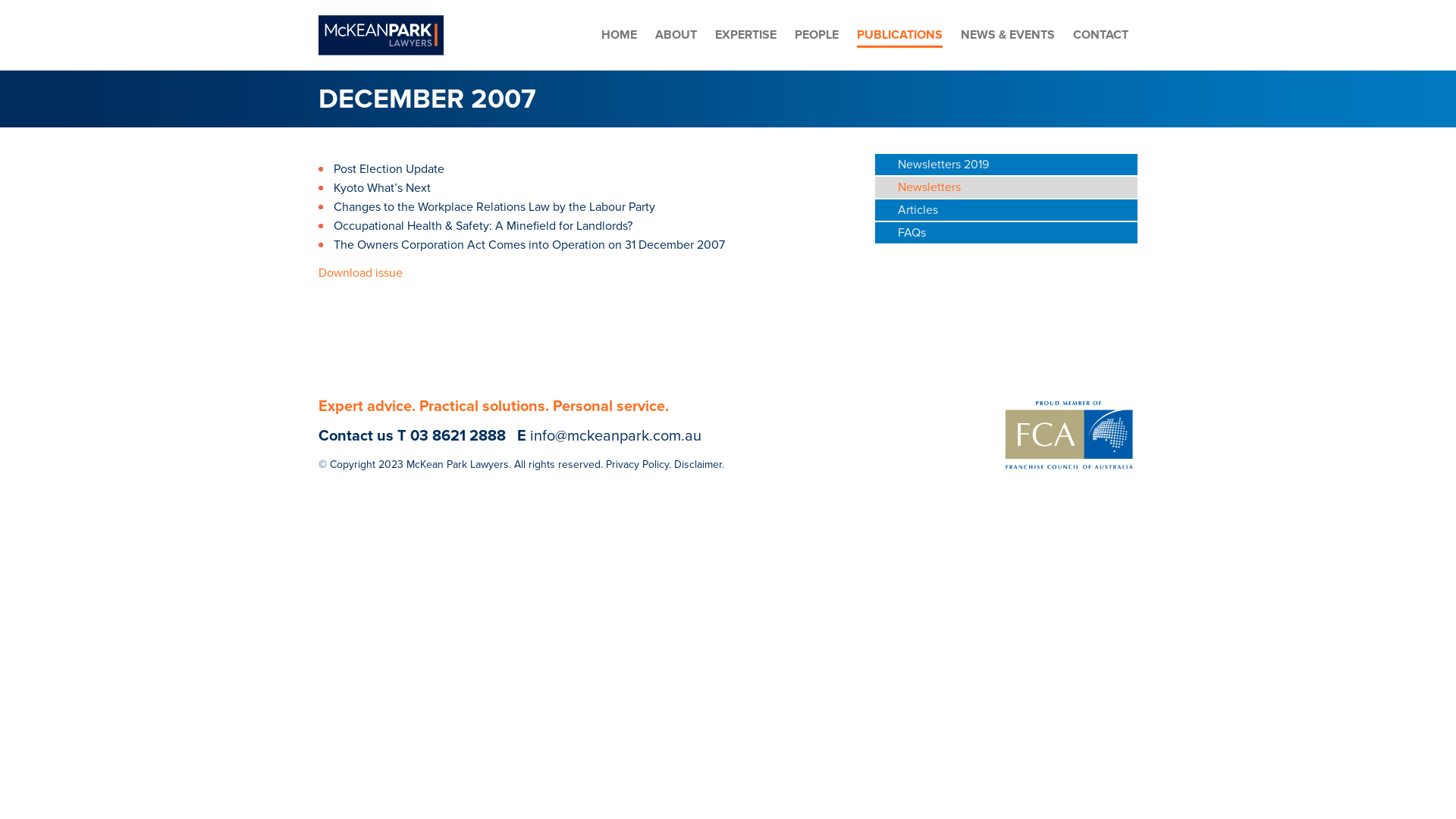 The image size is (1456, 819). Describe the element at coordinates (815, 34) in the screenshot. I see `'PEOPLE'` at that location.